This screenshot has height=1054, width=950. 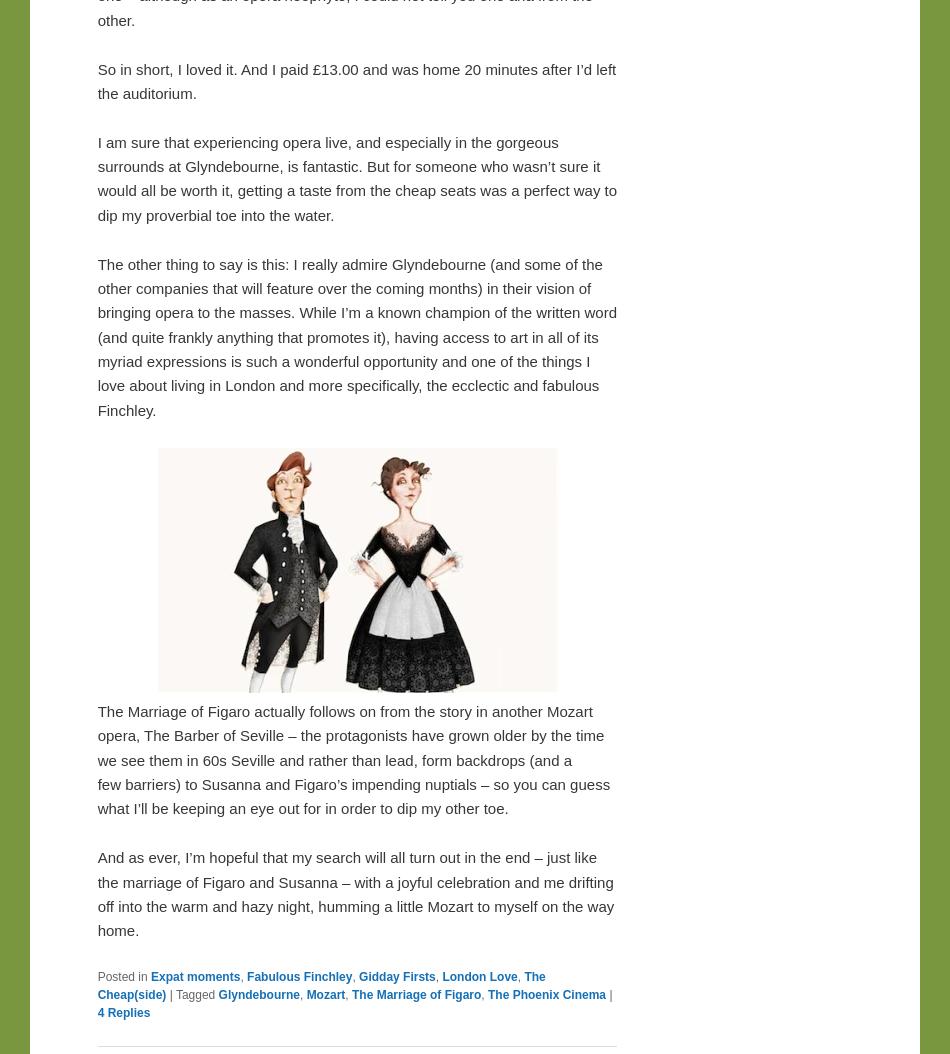 I want to click on 'The Marriage of Figaro', so click(x=415, y=994).